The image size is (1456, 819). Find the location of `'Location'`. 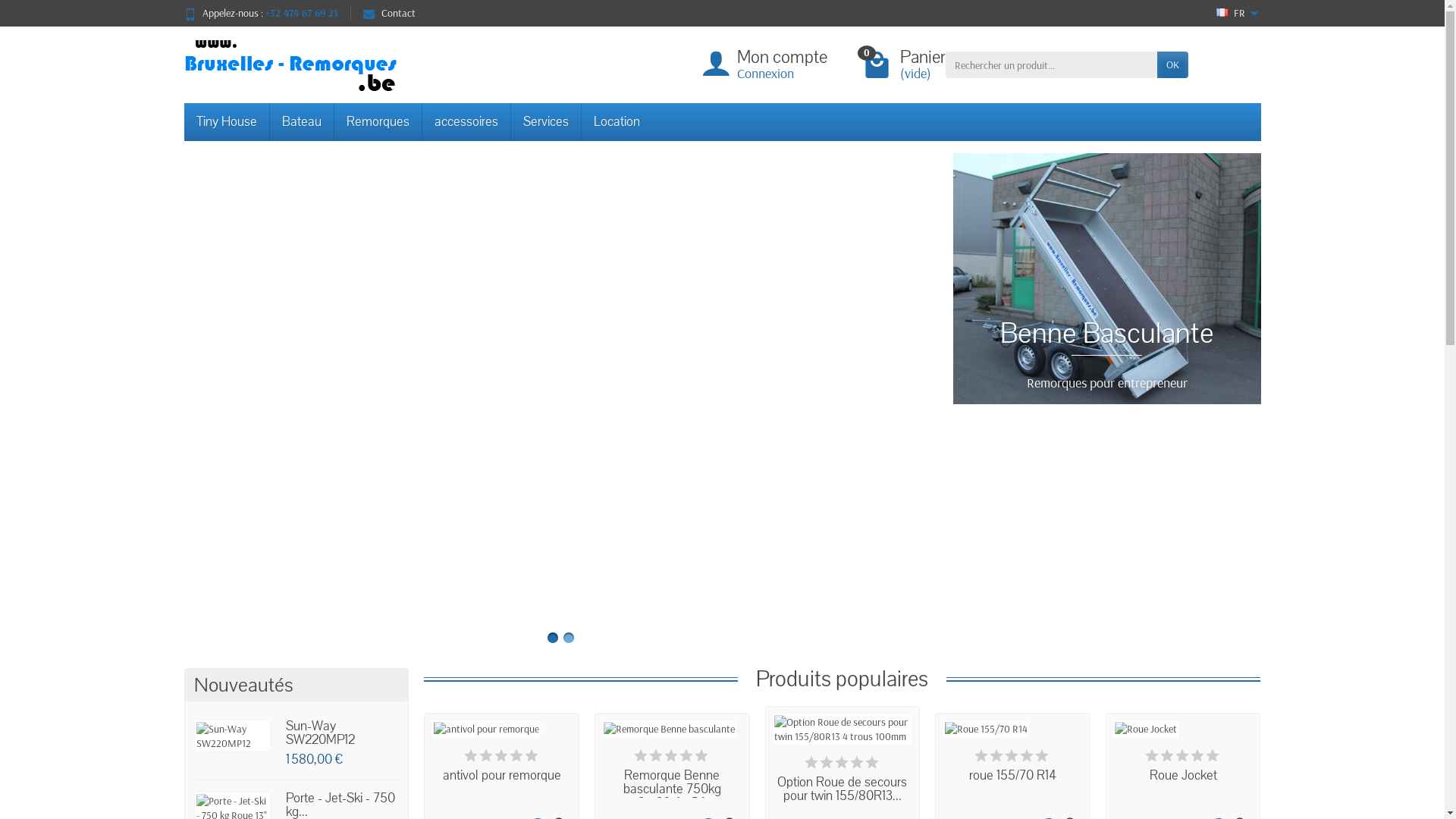

'Location' is located at coordinates (616, 121).